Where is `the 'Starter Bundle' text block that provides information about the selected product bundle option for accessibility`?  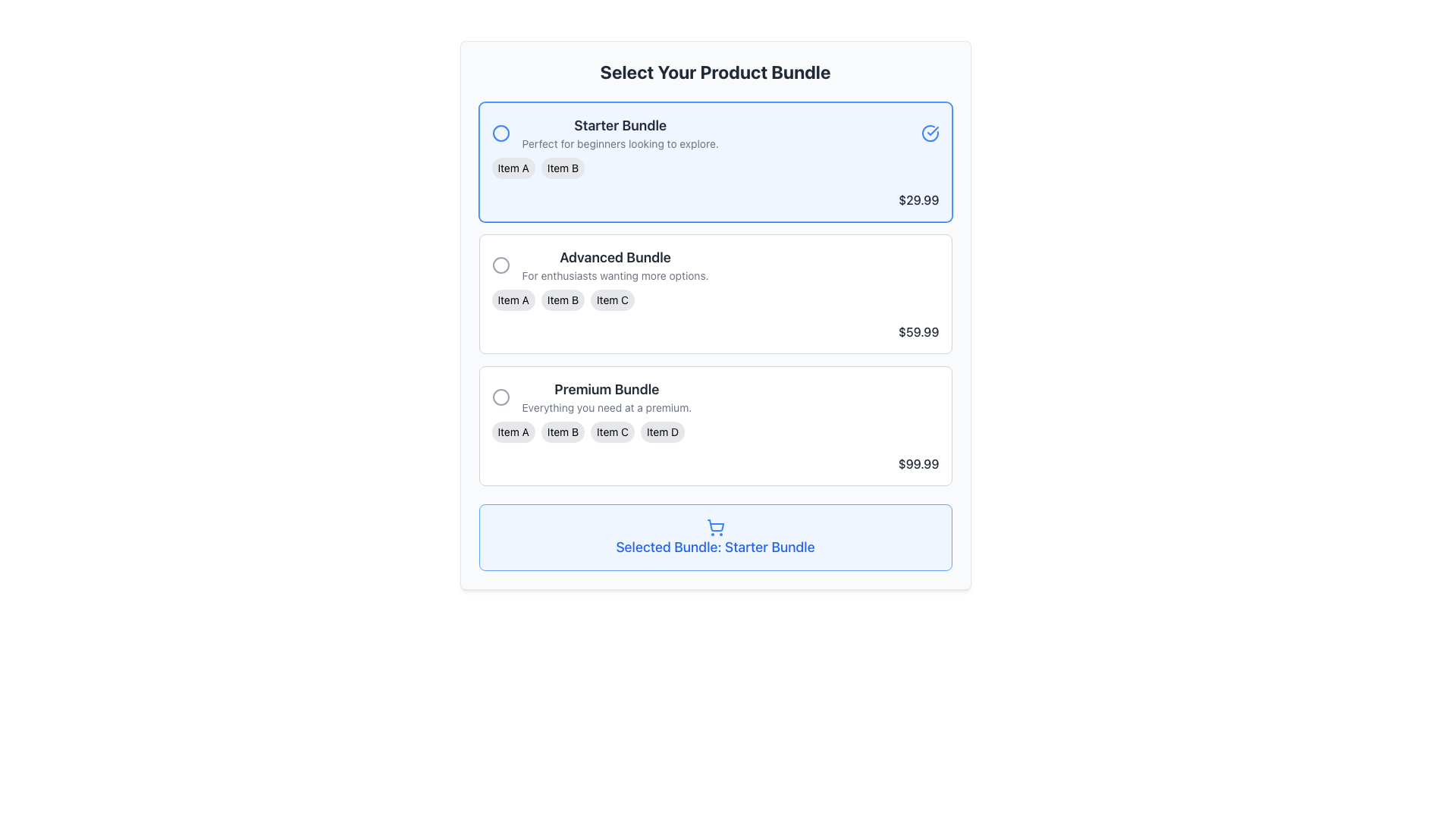 the 'Starter Bundle' text block that provides information about the selected product bundle option for accessibility is located at coordinates (620, 133).